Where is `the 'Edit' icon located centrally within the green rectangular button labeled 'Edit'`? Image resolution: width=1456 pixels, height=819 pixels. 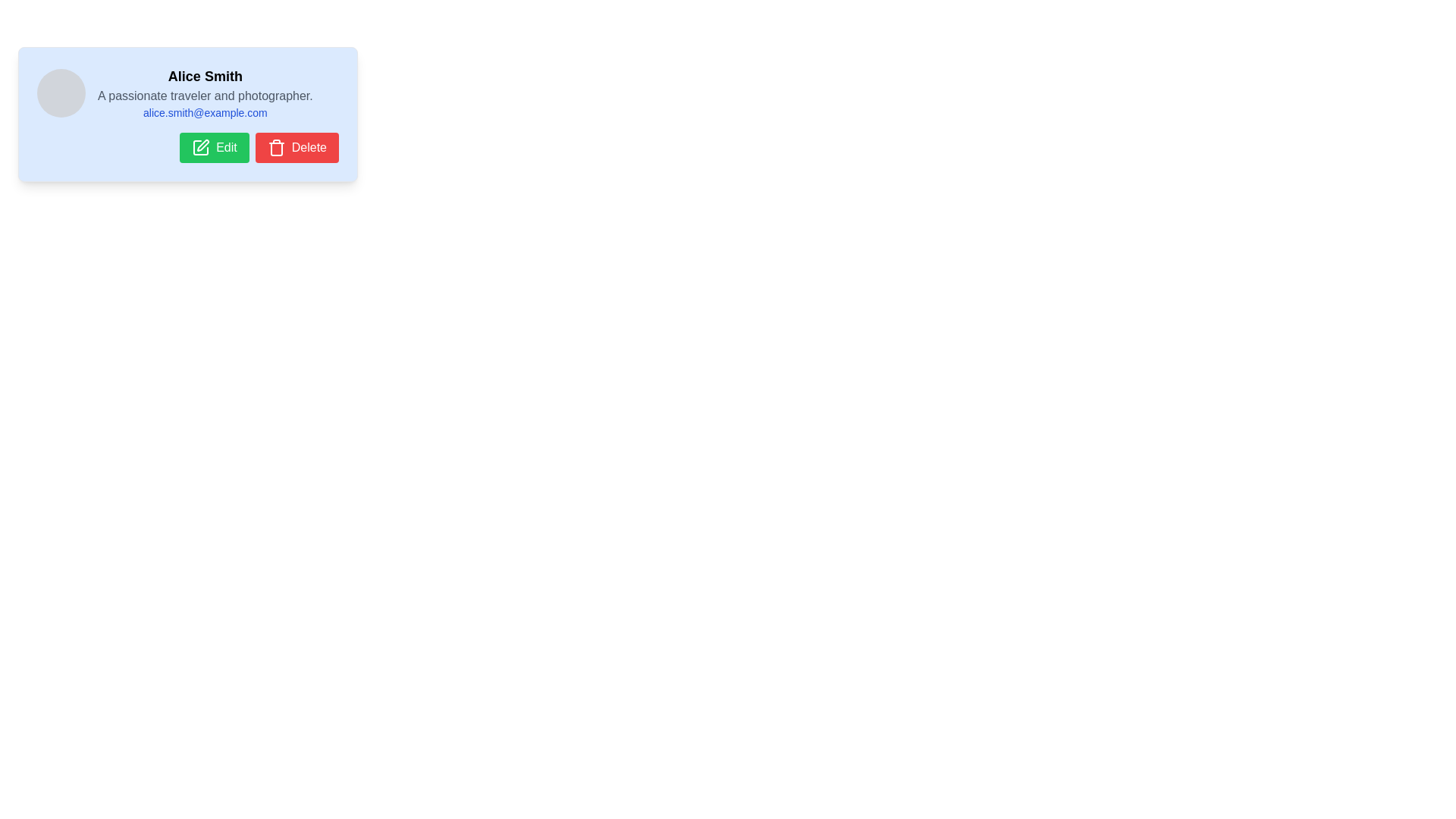
the 'Edit' icon located centrally within the green rectangular button labeled 'Edit' is located at coordinates (200, 148).